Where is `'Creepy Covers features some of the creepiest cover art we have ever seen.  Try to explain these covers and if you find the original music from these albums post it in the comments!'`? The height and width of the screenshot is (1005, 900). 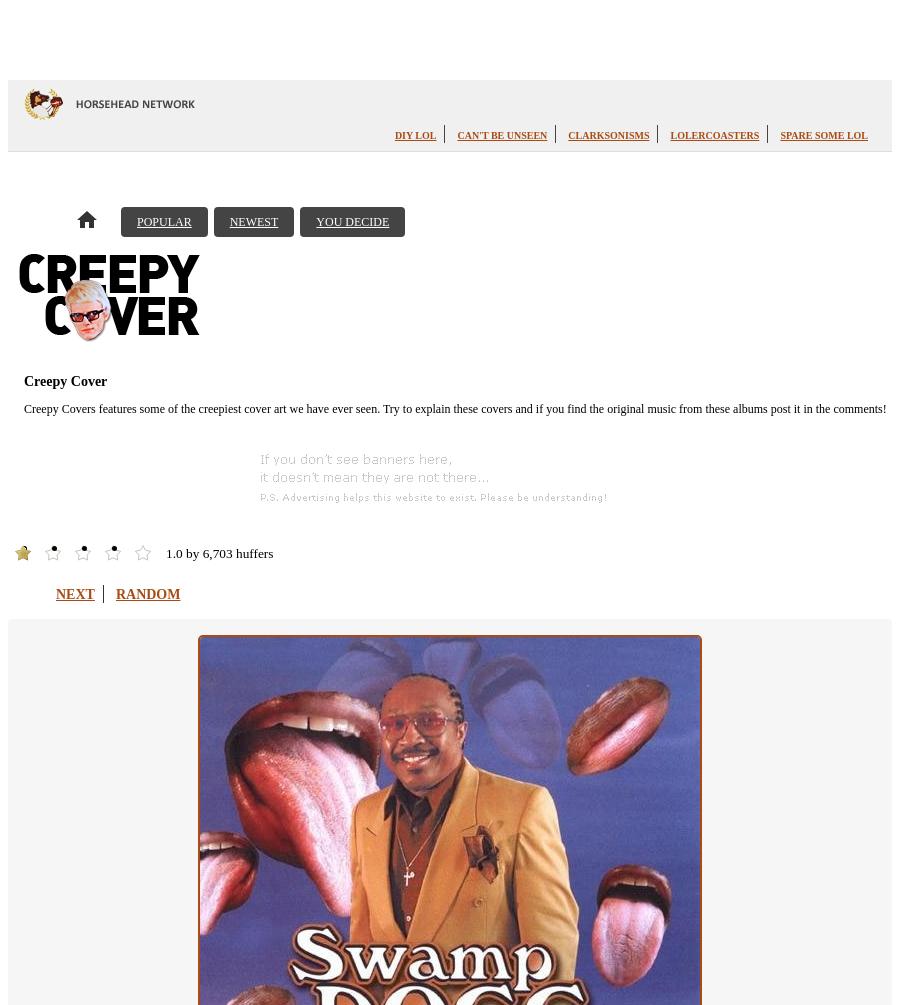
'Creepy Covers features some of the creepiest cover art we have ever seen.  Try to explain these covers and if you find the original music from these albums post it in the comments!' is located at coordinates (454, 408).